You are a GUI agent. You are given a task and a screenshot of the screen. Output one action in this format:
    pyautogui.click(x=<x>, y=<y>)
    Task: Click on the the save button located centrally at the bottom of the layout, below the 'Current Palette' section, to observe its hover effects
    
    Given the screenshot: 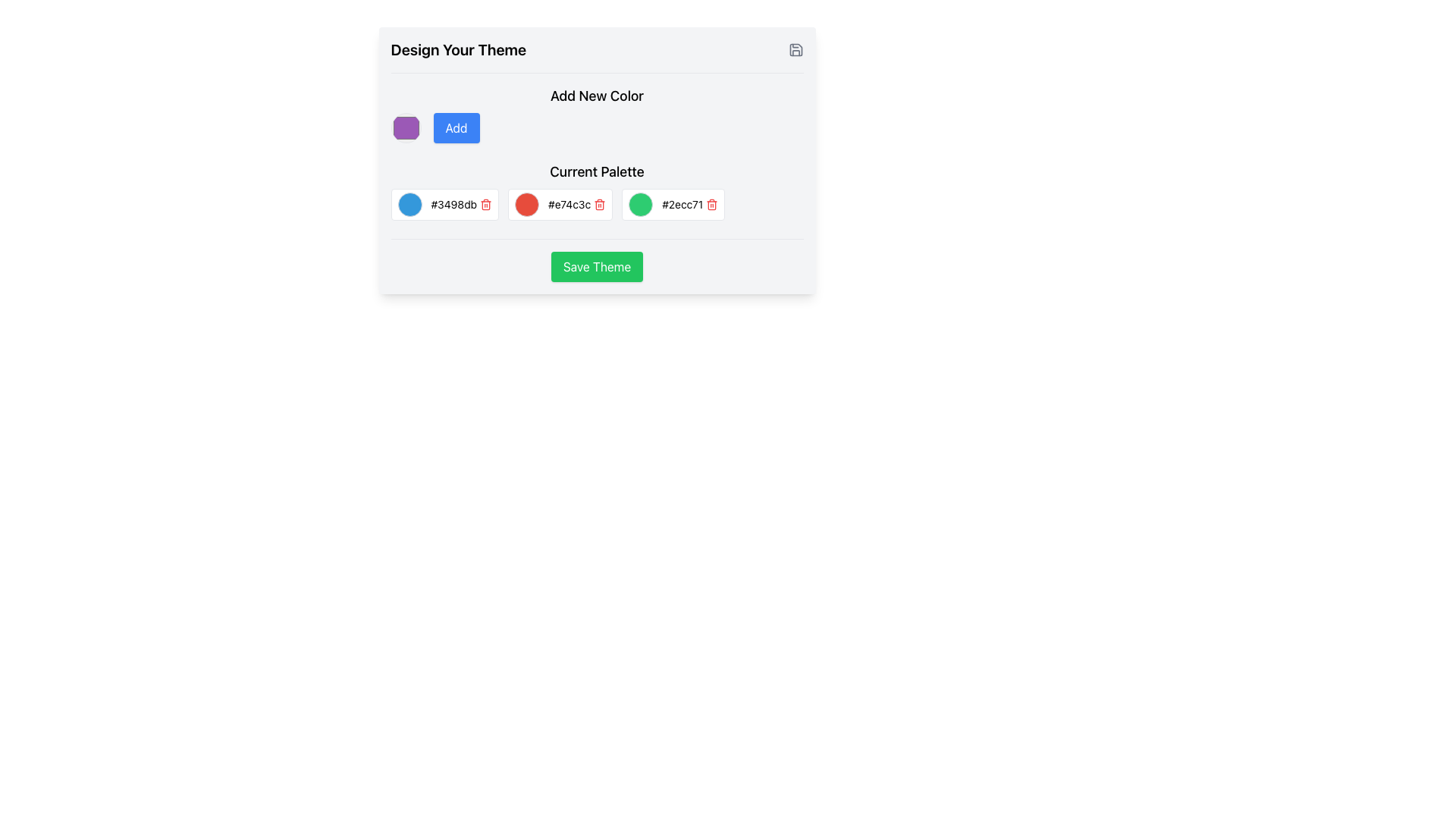 What is the action you would take?
    pyautogui.click(x=596, y=259)
    